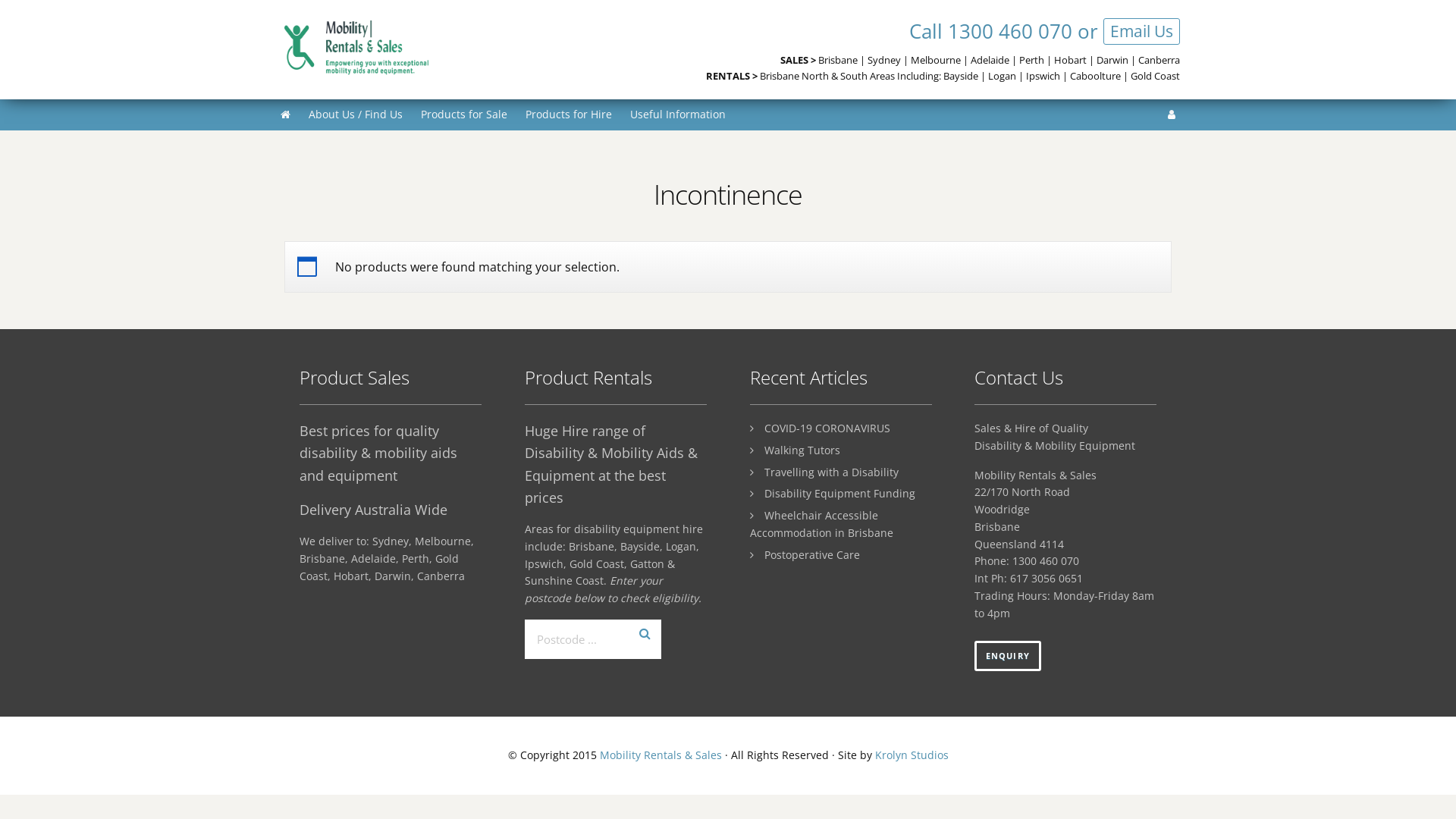 This screenshot has height=819, width=1456. Describe the element at coordinates (567, 113) in the screenshot. I see `'Products for Hire'` at that location.